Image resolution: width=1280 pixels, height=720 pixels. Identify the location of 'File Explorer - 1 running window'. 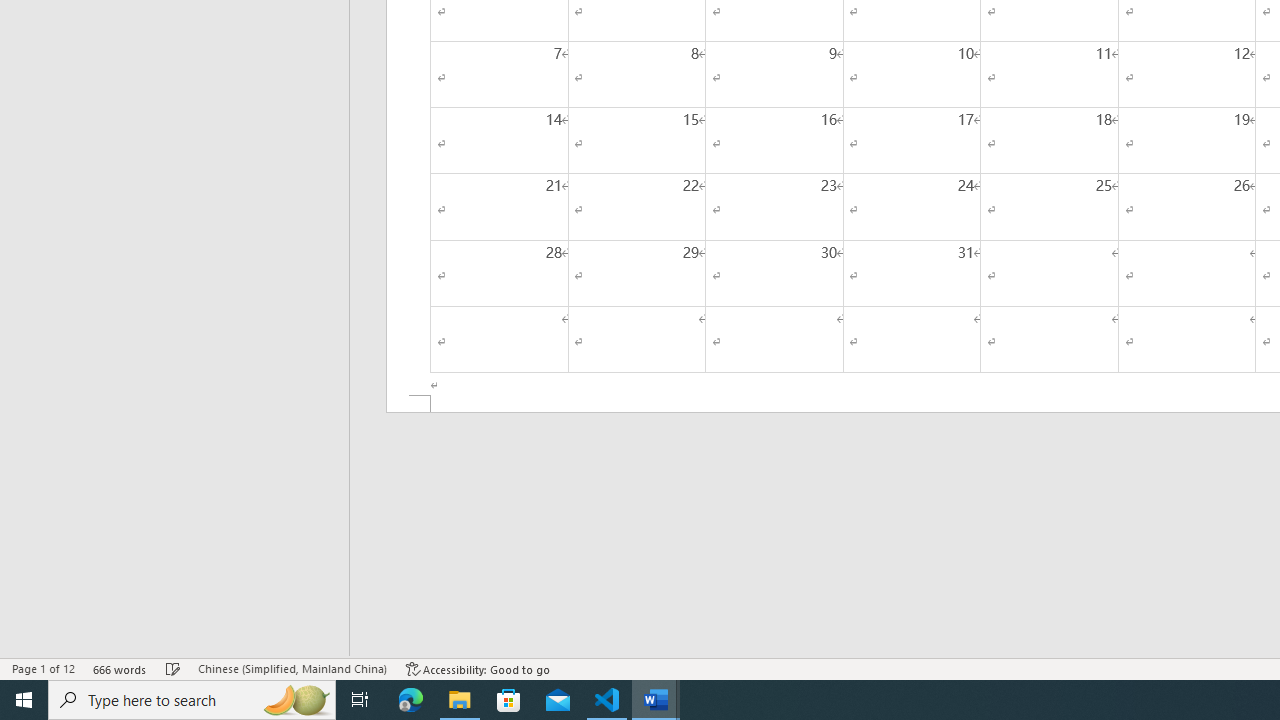
(459, 698).